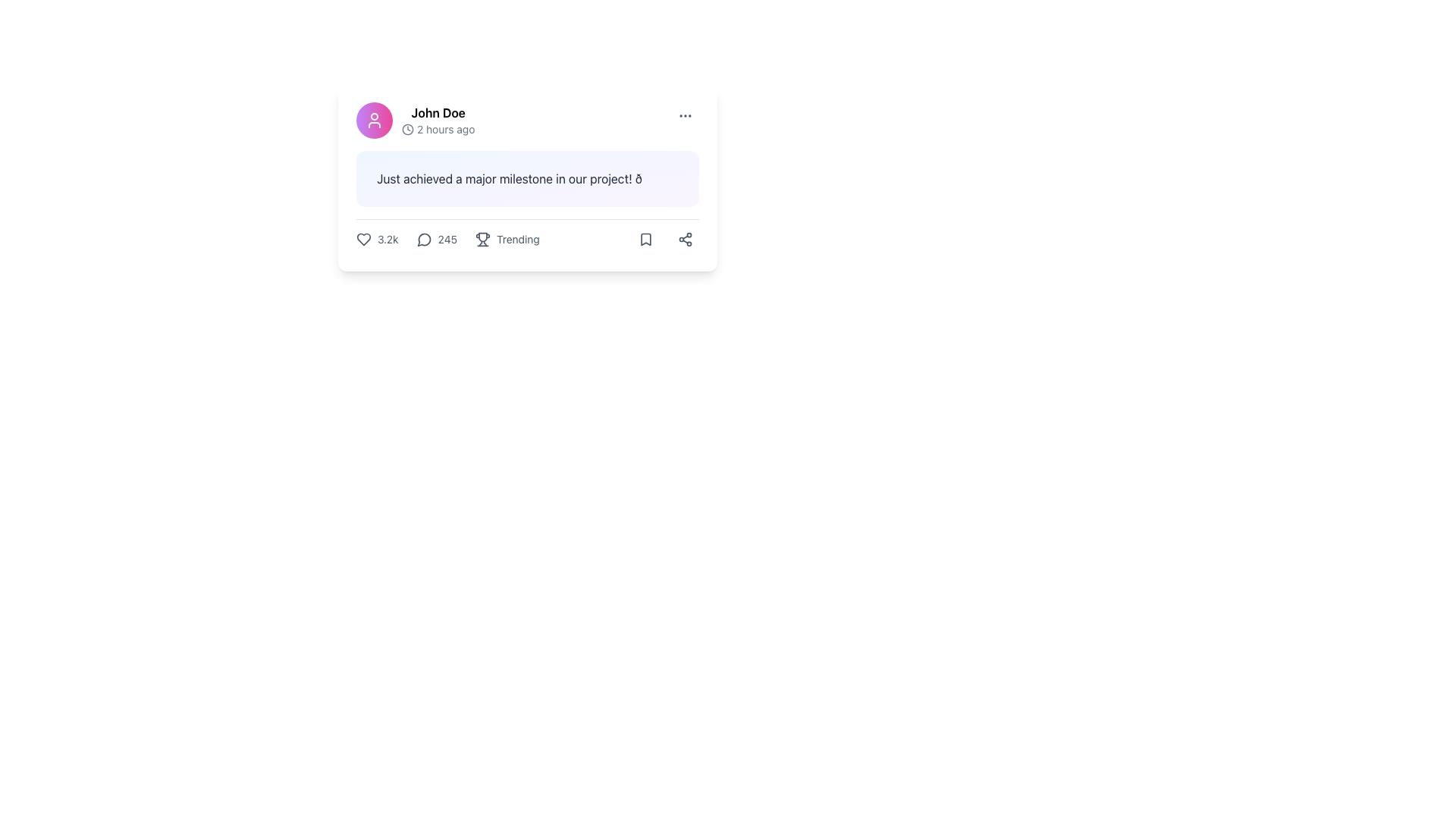 This screenshot has height=819, width=1456. What do you see at coordinates (684, 239) in the screenshot?
I see `the interactive share icon button located at the bottom-right corner of the card to initiate sharing functionality` at bounding box center [684, 239].